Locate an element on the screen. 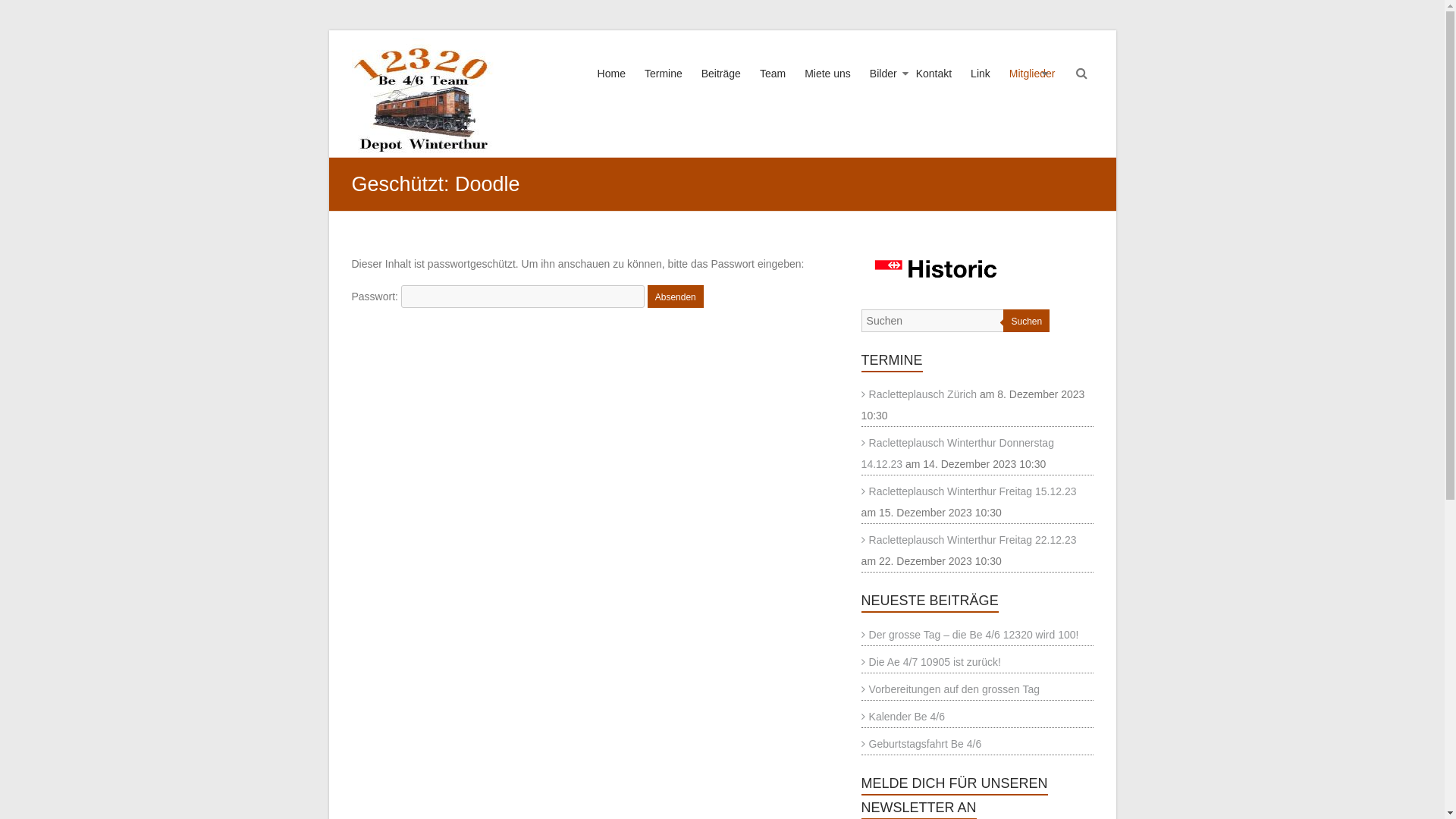 The width and height of the screenshot is (1456, 819). 'Geburtstagsfahrt Be 4/6' is located at coordinates (921, 742).